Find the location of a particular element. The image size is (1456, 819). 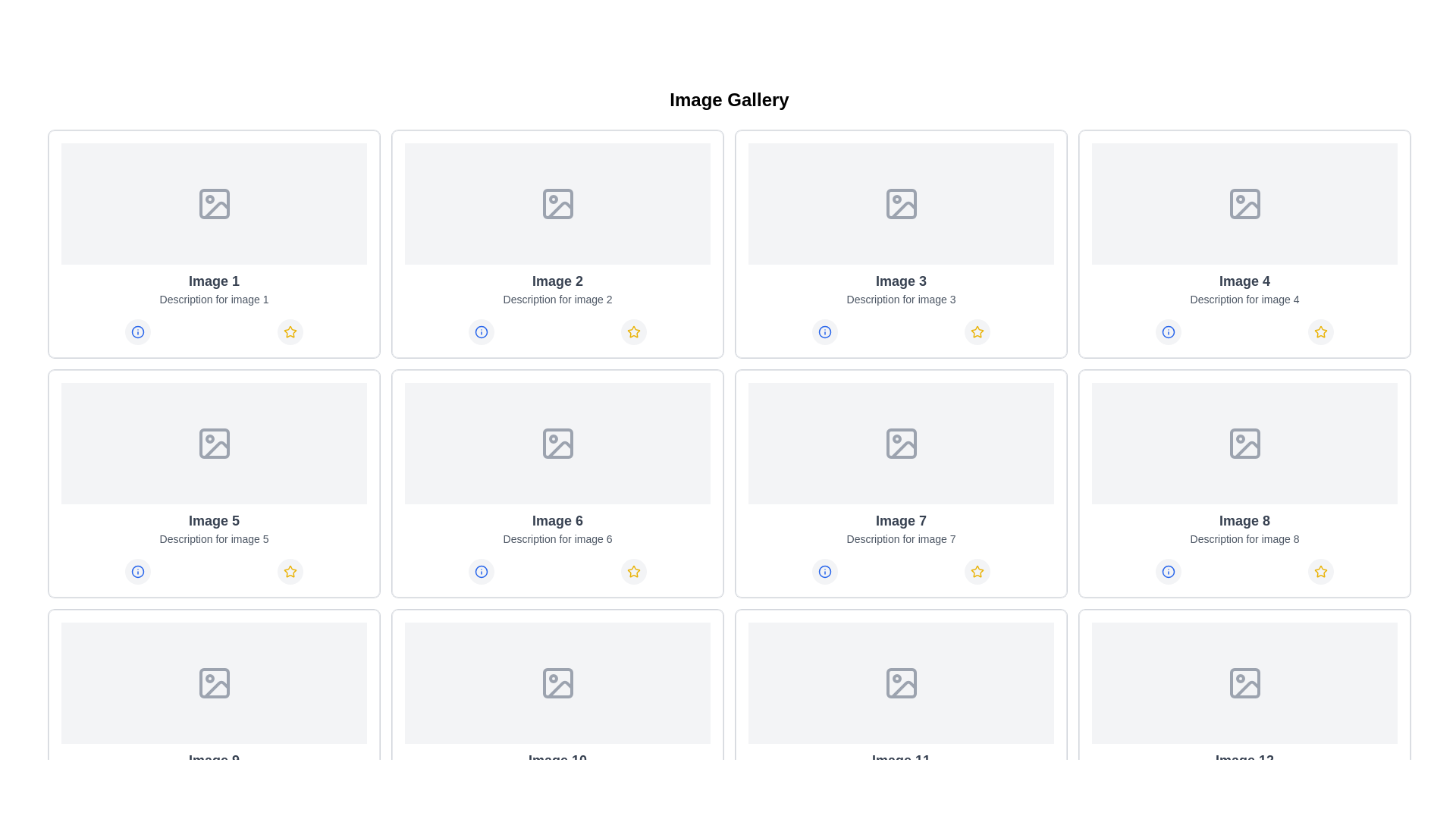

the circular part of the 'info' icon located below 'Image 8' in the gallery layout is located at coordinates (1167, 571).